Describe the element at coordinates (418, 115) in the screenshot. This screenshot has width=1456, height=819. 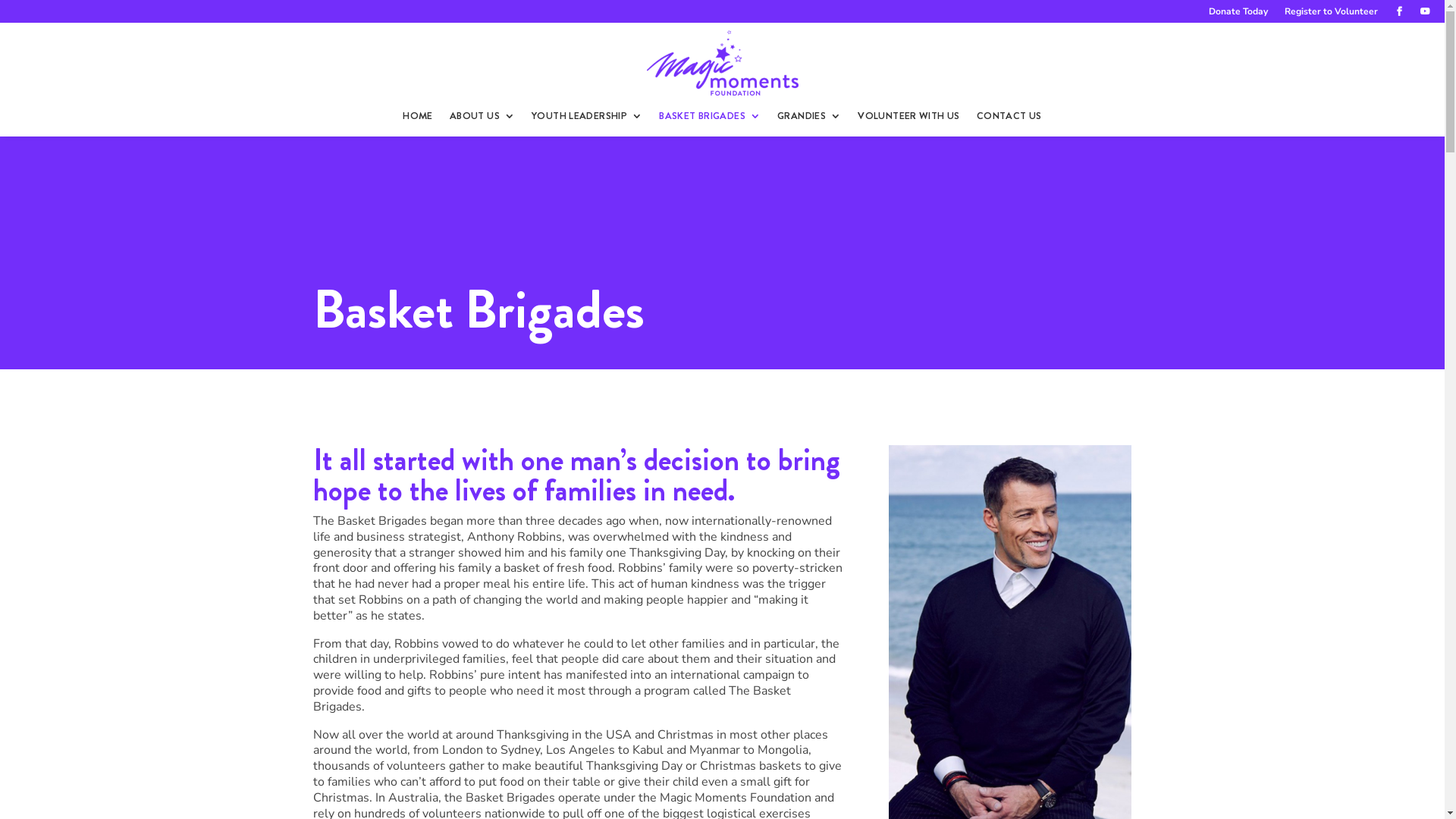
I see `'HOME'` at that location.